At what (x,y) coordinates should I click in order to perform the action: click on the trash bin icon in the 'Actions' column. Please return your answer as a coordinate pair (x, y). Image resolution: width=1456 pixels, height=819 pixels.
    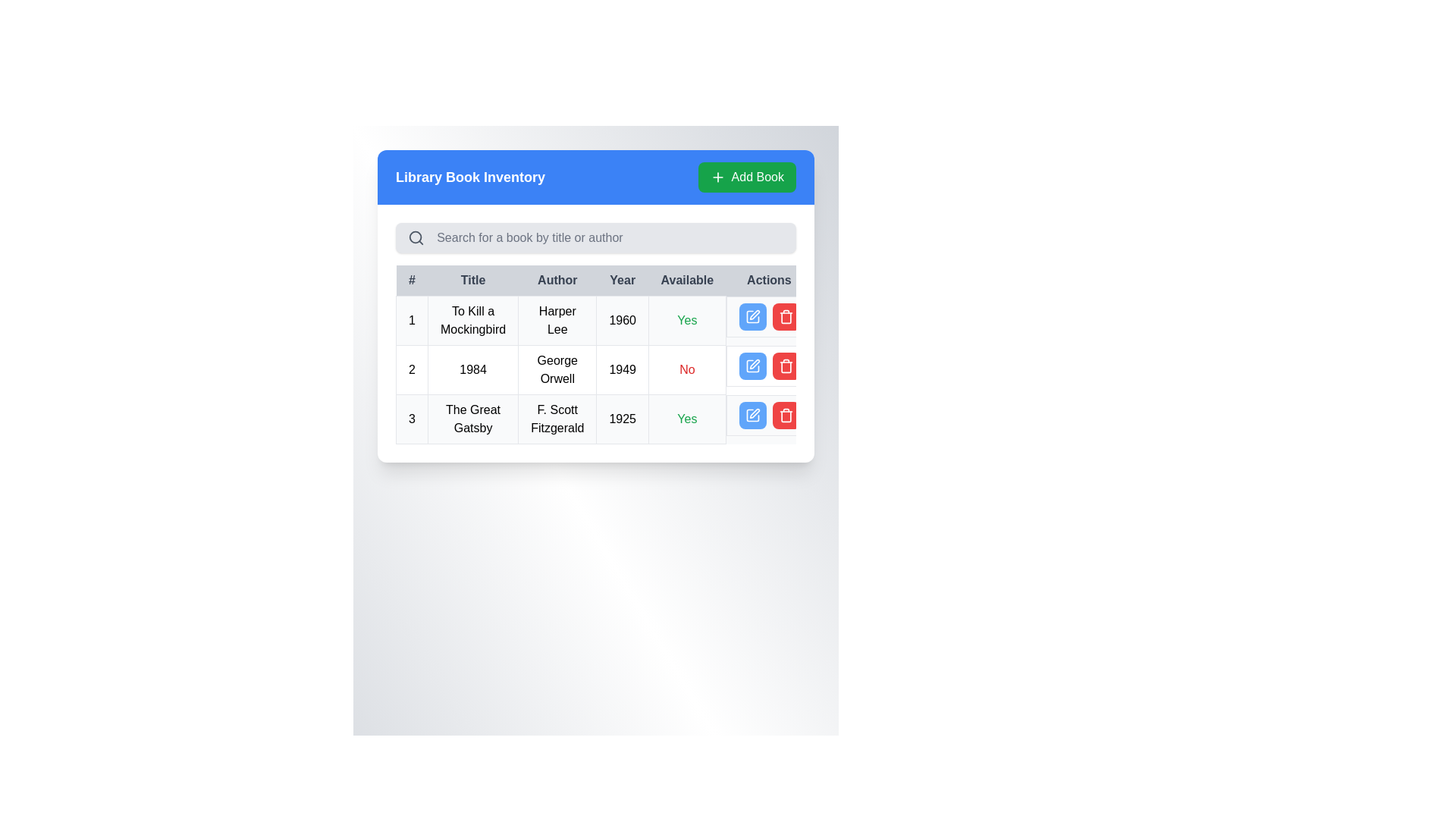
    Looking at the image, I should click on (786, 317).